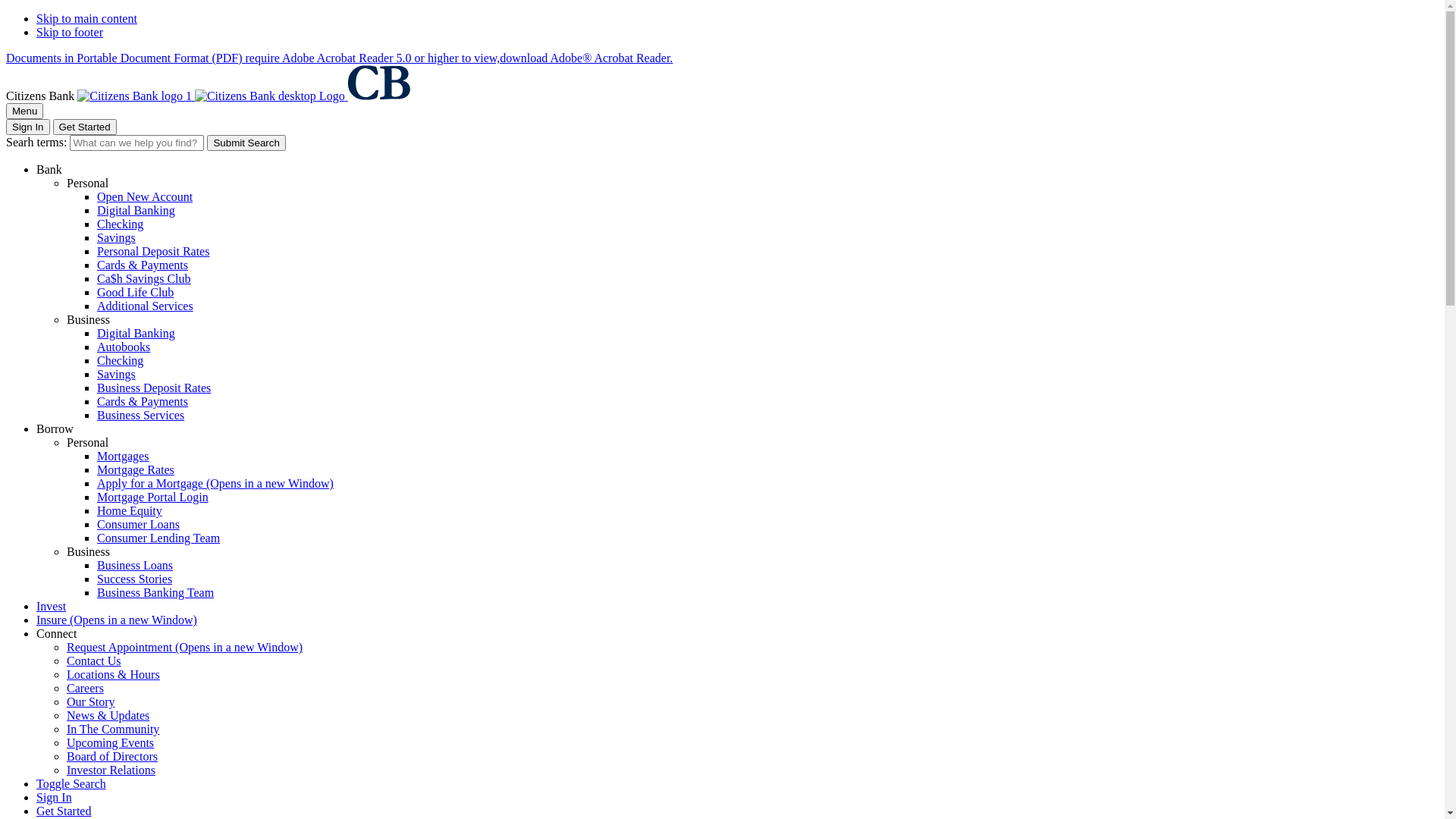  Describe the element at coordinates (145, 306) in the screenshot. I see `'Additional Services'` at that location.